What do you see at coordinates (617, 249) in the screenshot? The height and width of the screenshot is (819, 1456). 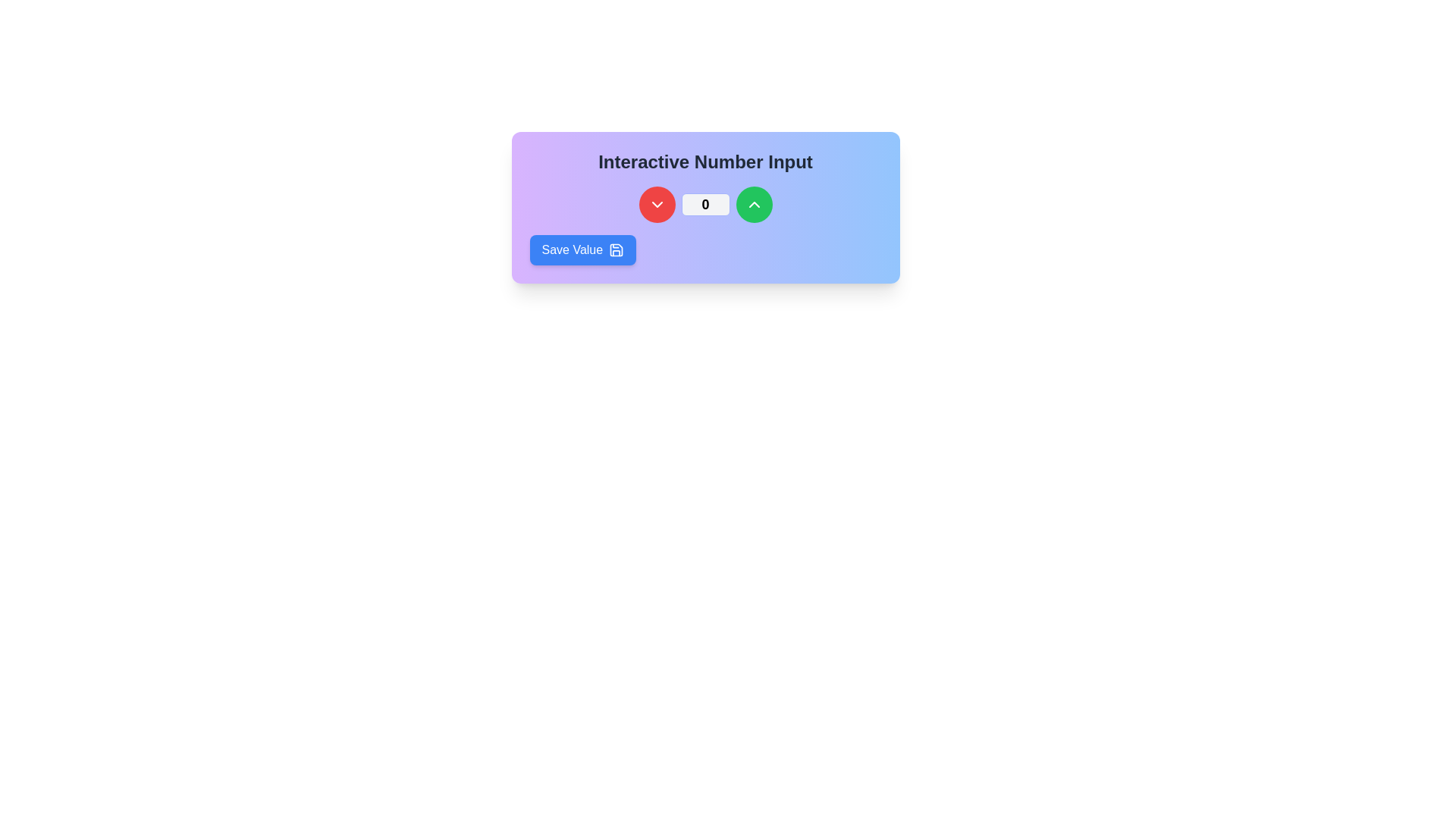 I see `the save icon located to the right of the 'Save Value' text` at bounding box center [617, 249].